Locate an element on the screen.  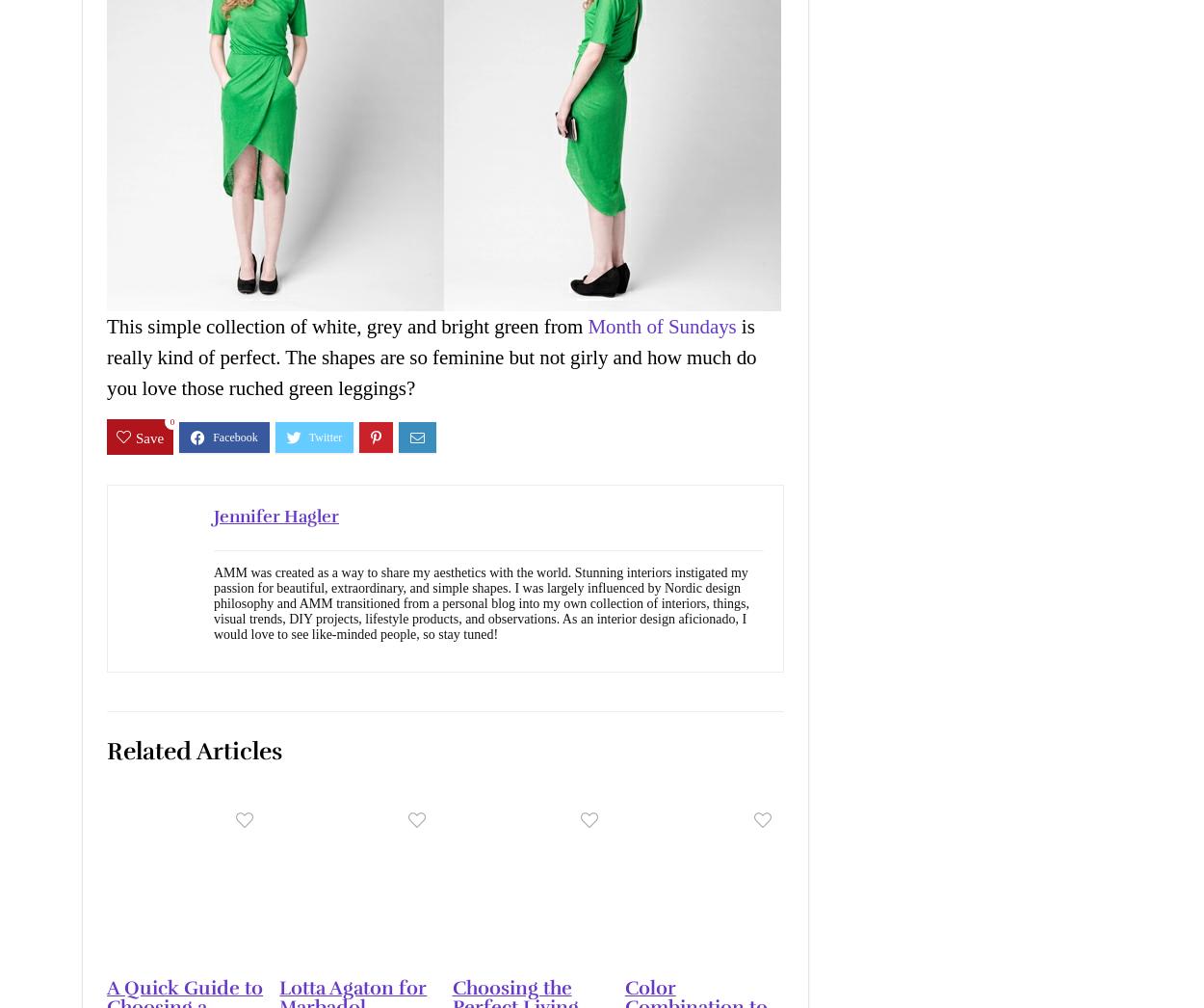
'Jennifer Hagler' is located at coordinates (276, 515).